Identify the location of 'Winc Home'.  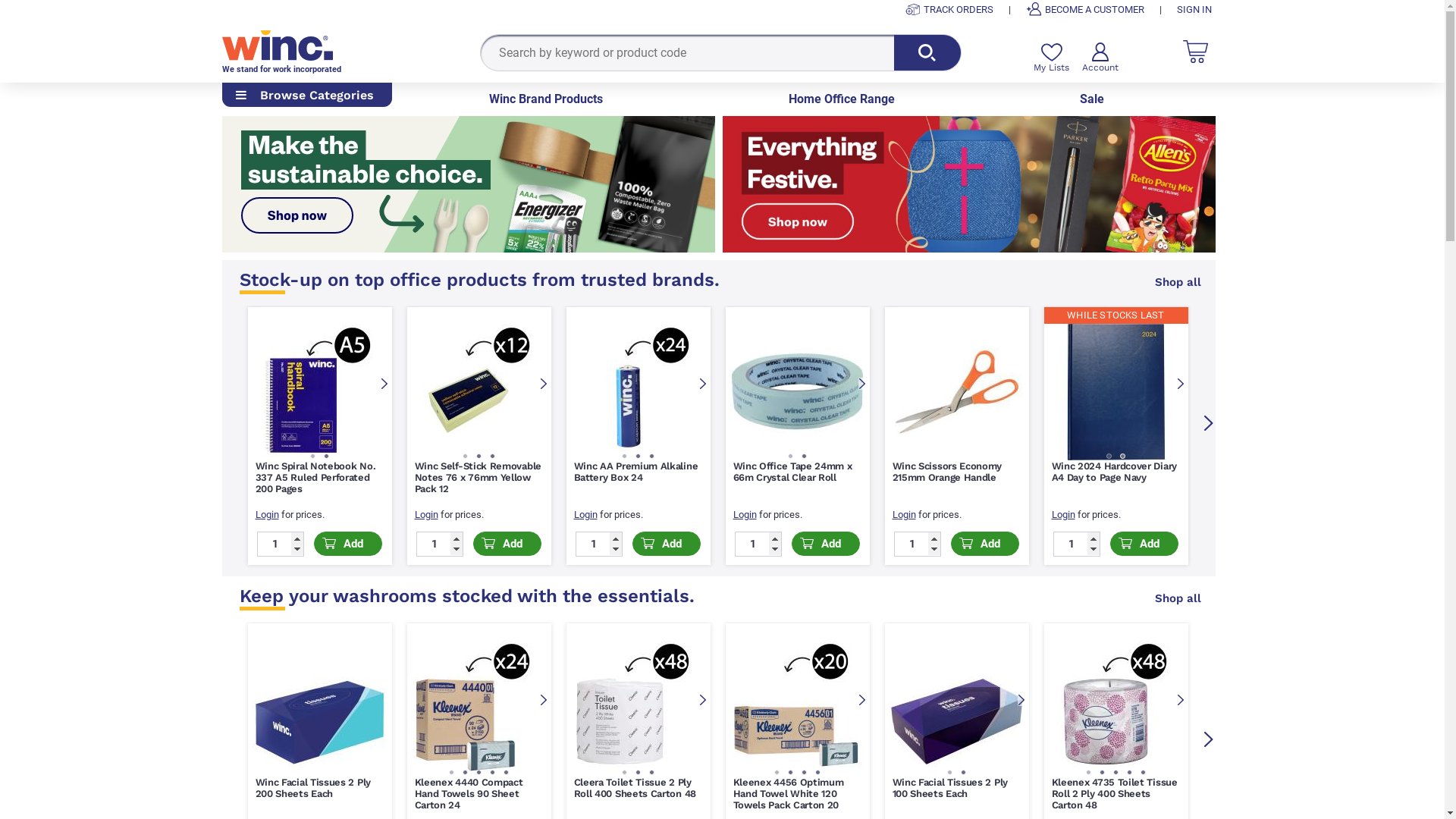
(276, 43).